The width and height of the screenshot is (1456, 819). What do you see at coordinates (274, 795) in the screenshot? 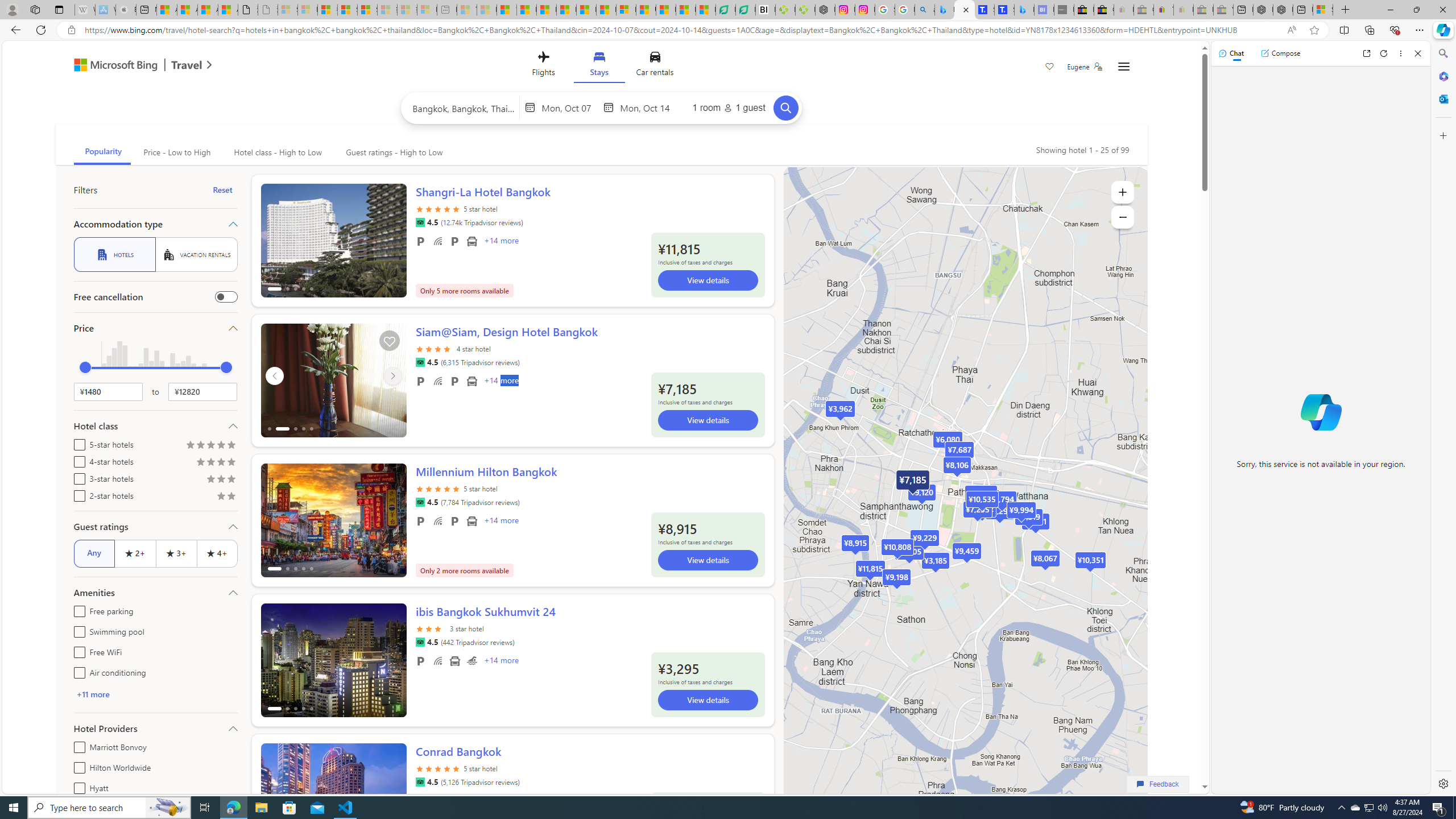
I see `'ScrollLeft'` at bounding box center [274, 795].